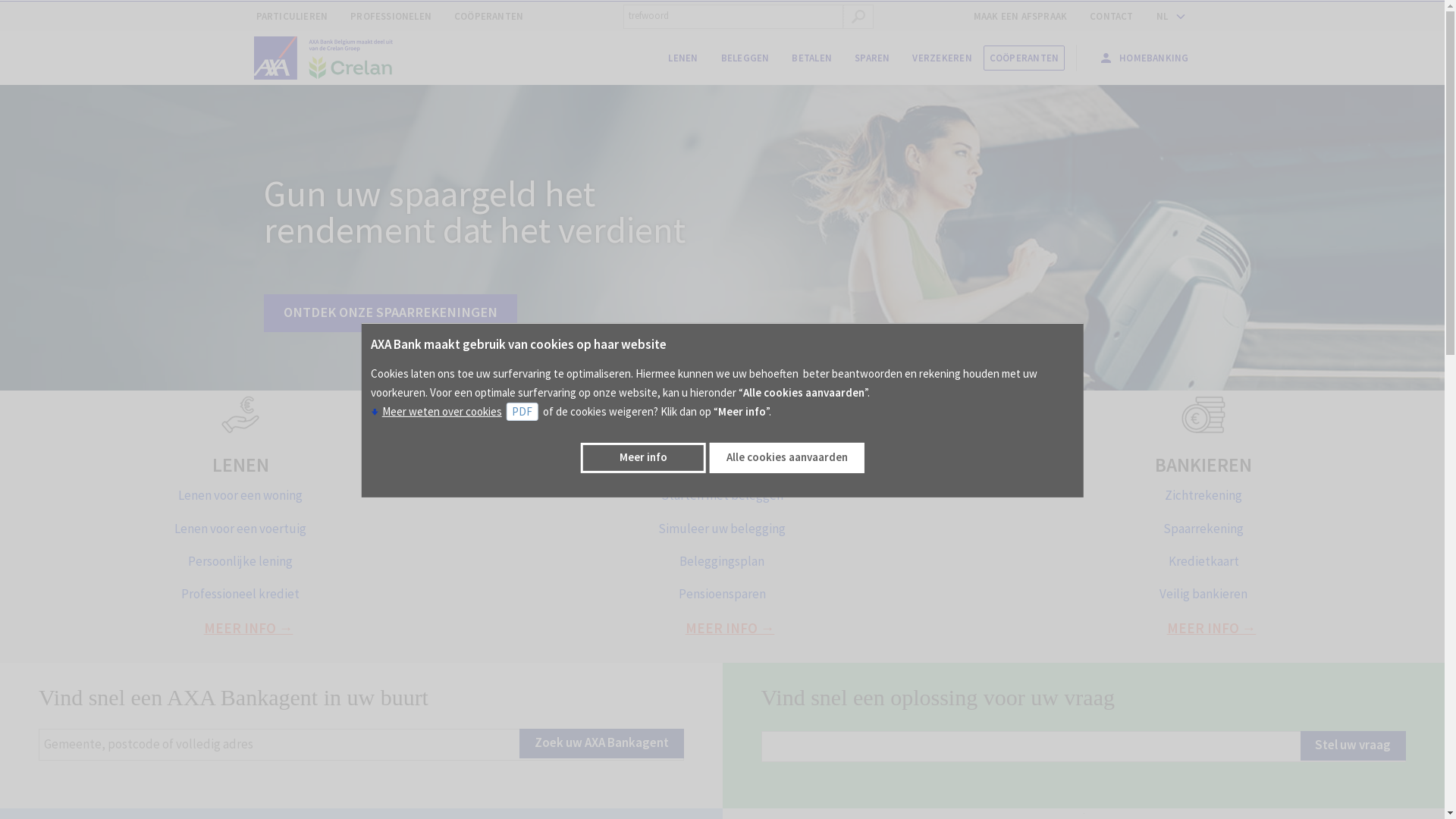 The height and width of the screenshot is (819, 1456). What do you see at coordinates (1087, 57) in the screenshot?
I see `'HOMEBANKING'` at bounding box center [1087, 57].